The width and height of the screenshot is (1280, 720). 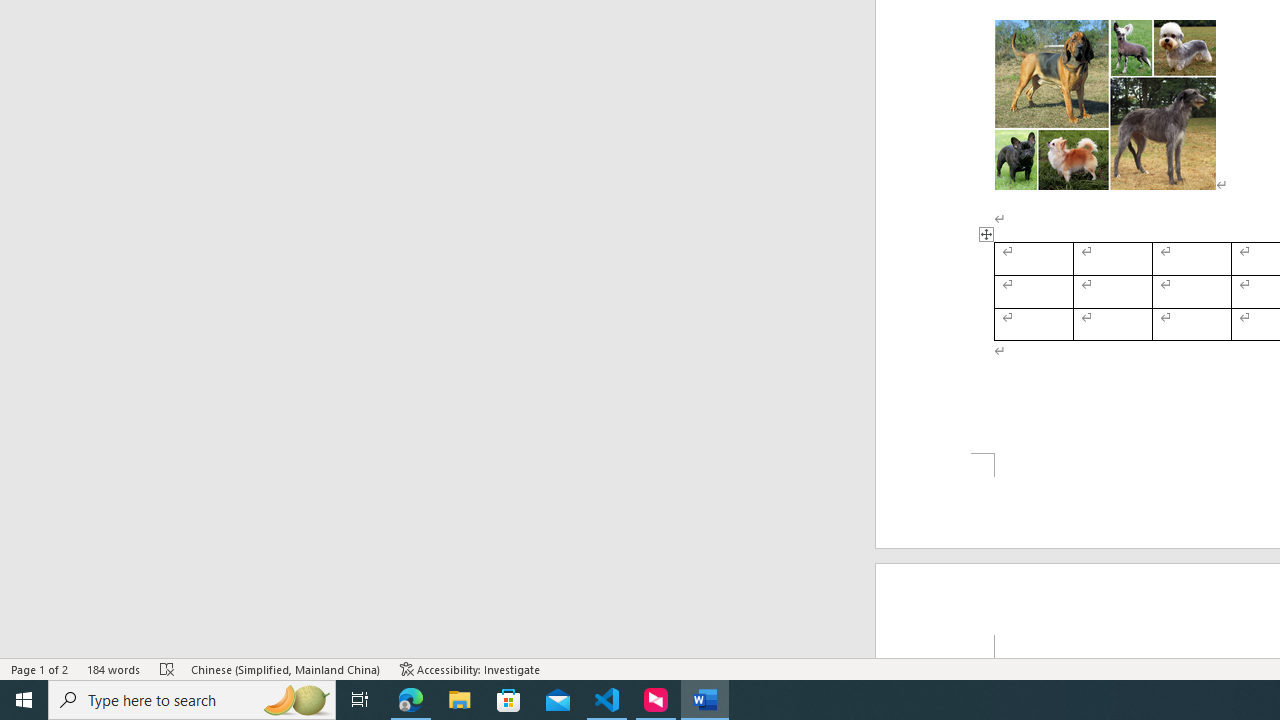 What do you see at coordinates (168, 669) in the screenshot?
I see `'Spelling and Grammar Check Errors'` at bounding box center [168, 669].